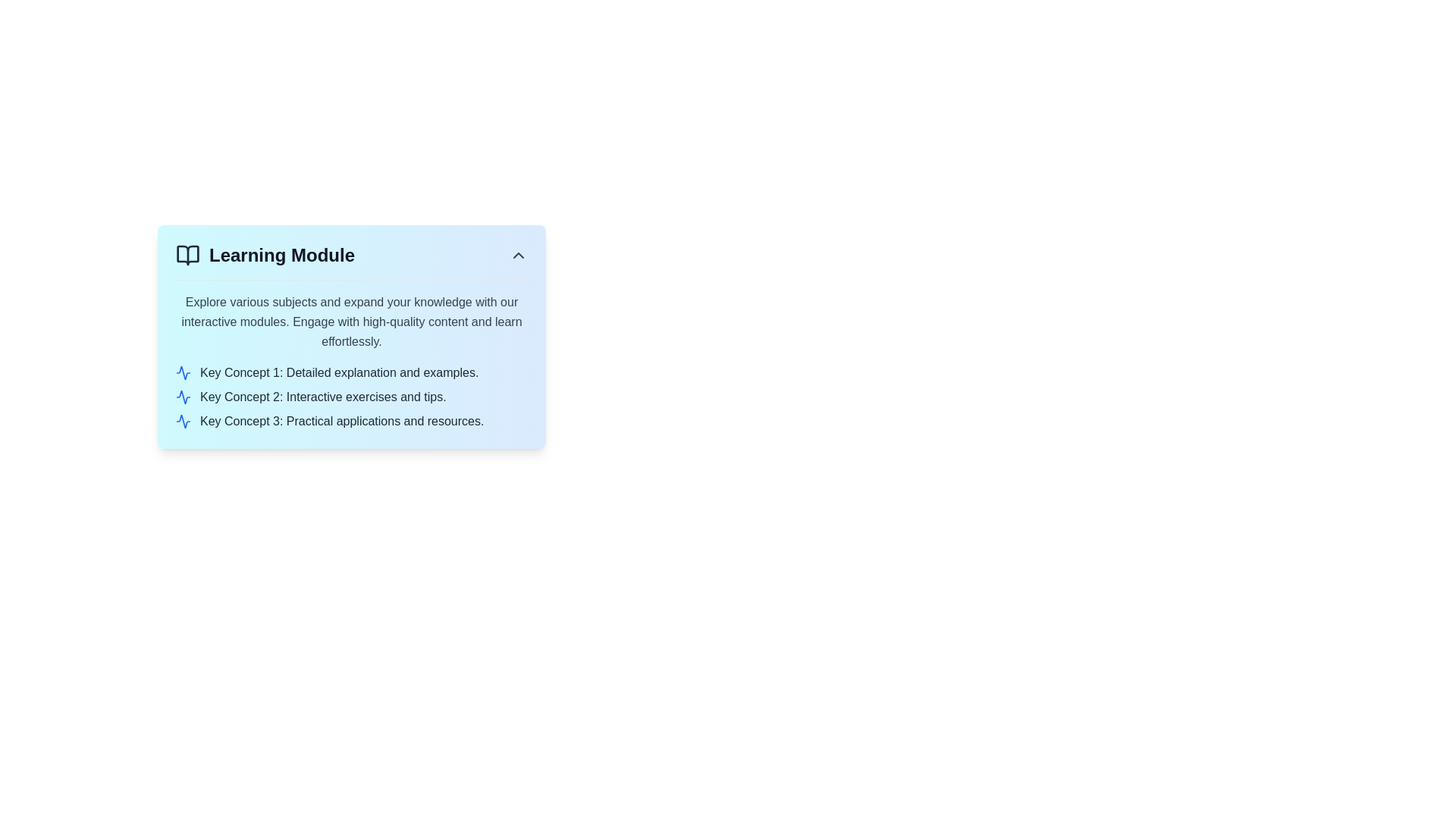 The image size is (1456, 819). I want to click on the open book icon located at the top left of the 'Learning Module' card, so click(187, 254).